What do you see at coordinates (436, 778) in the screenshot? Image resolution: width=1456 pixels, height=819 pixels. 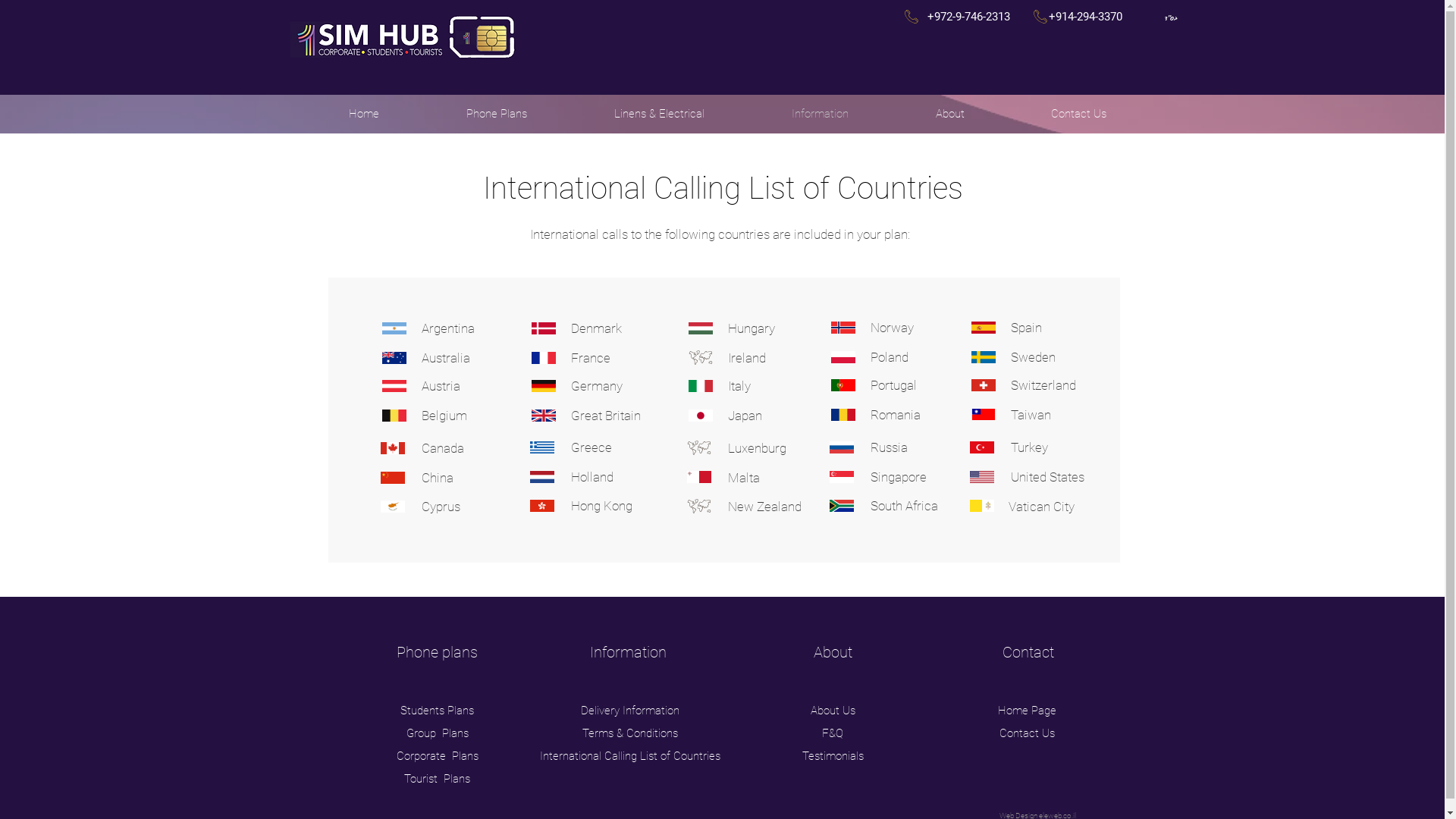 I see `'Tourist  Plans'` at bounding box center [436, 778].